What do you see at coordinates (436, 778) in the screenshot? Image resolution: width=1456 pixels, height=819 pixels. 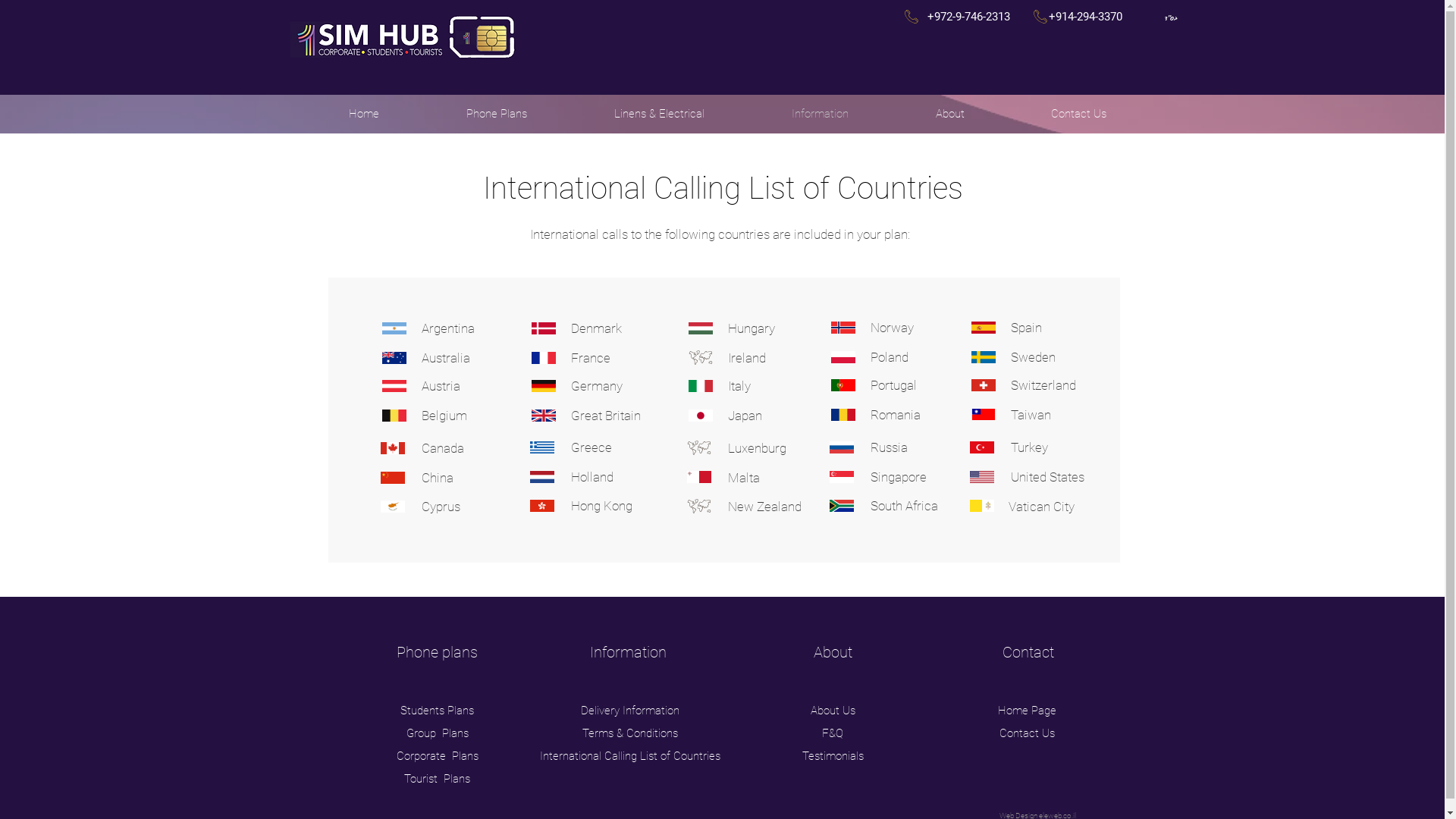 I see `'Tourist  Plans'` at bounding box center [436, 778].